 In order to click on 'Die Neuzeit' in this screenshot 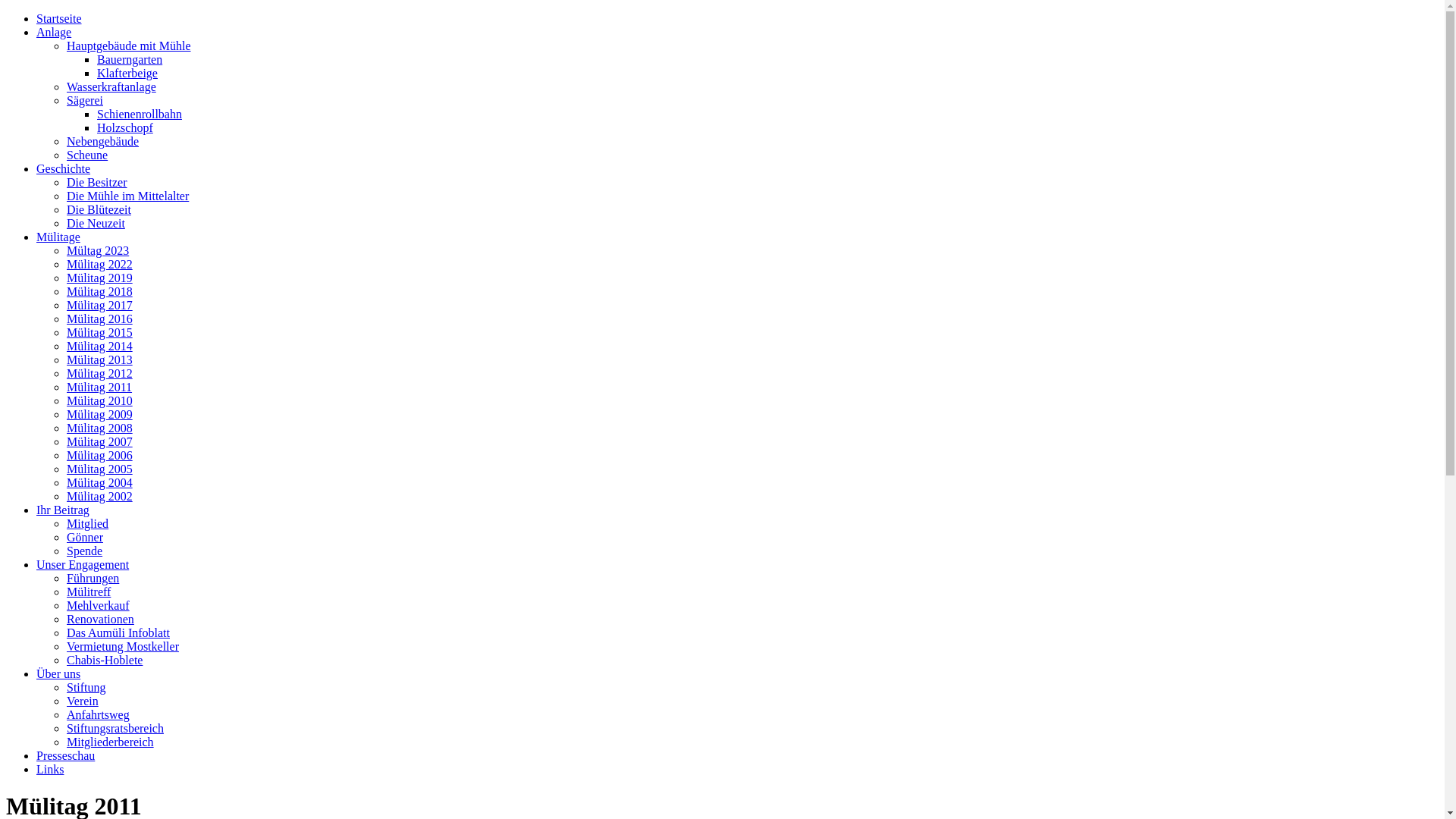, I will do `click(95, 223)`.